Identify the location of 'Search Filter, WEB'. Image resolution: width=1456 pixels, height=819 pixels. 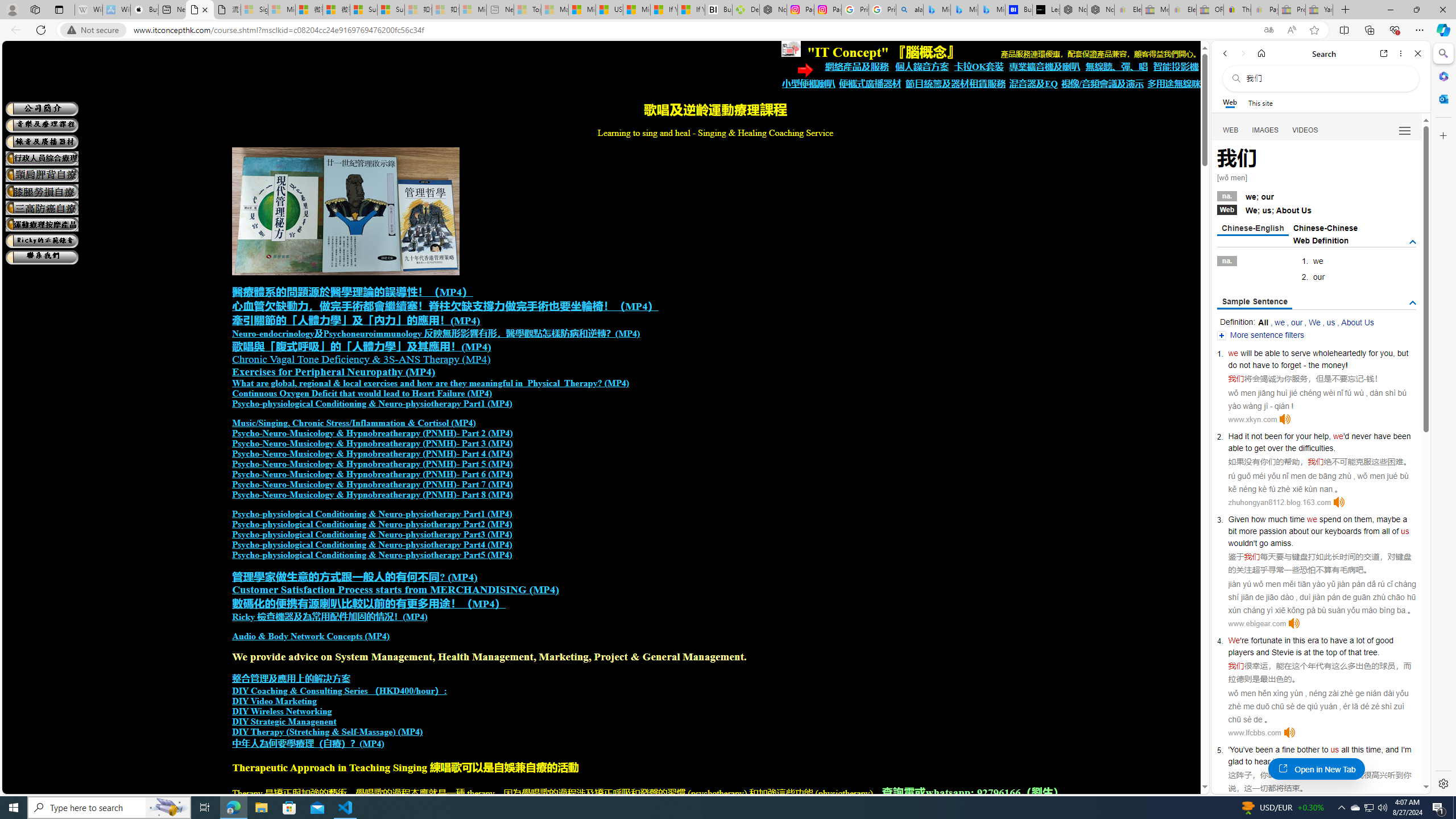
(1231, 129).